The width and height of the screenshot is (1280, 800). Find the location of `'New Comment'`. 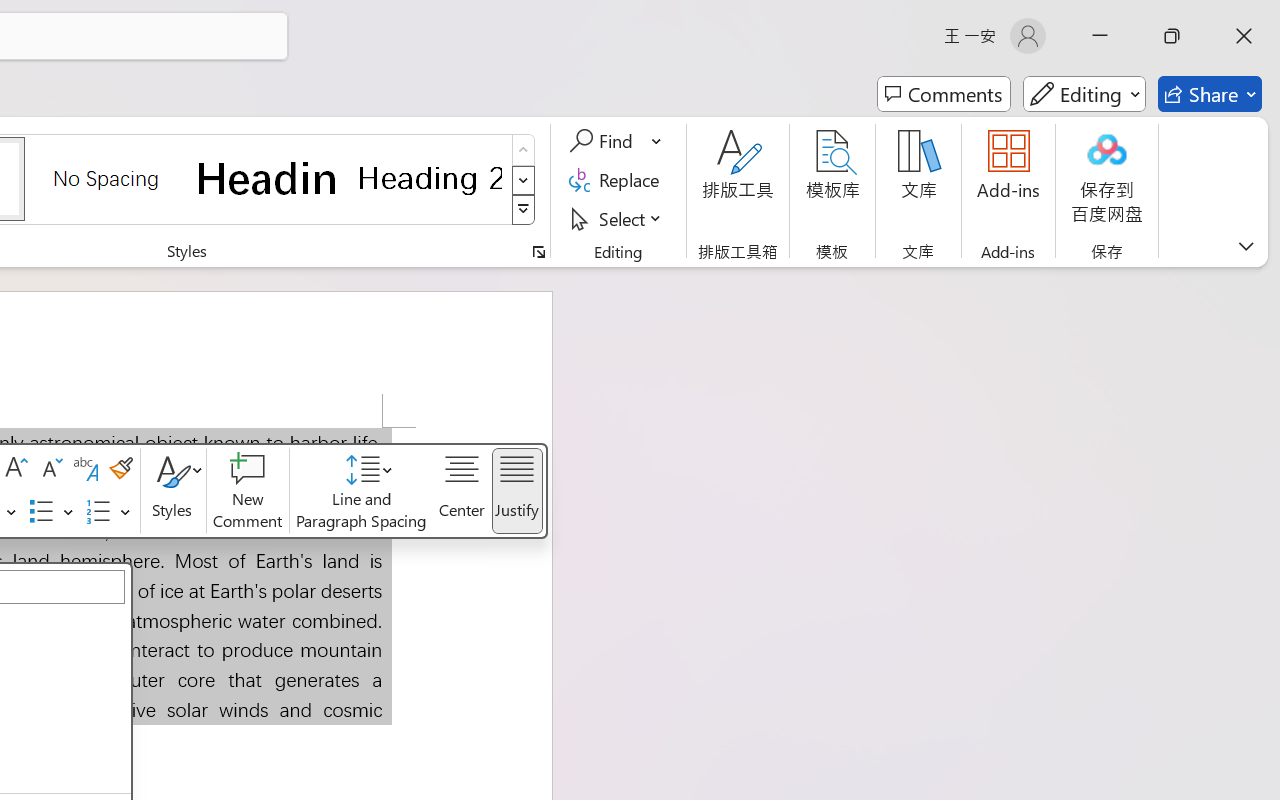

'New Comment' is located at coordinates (246, 491).